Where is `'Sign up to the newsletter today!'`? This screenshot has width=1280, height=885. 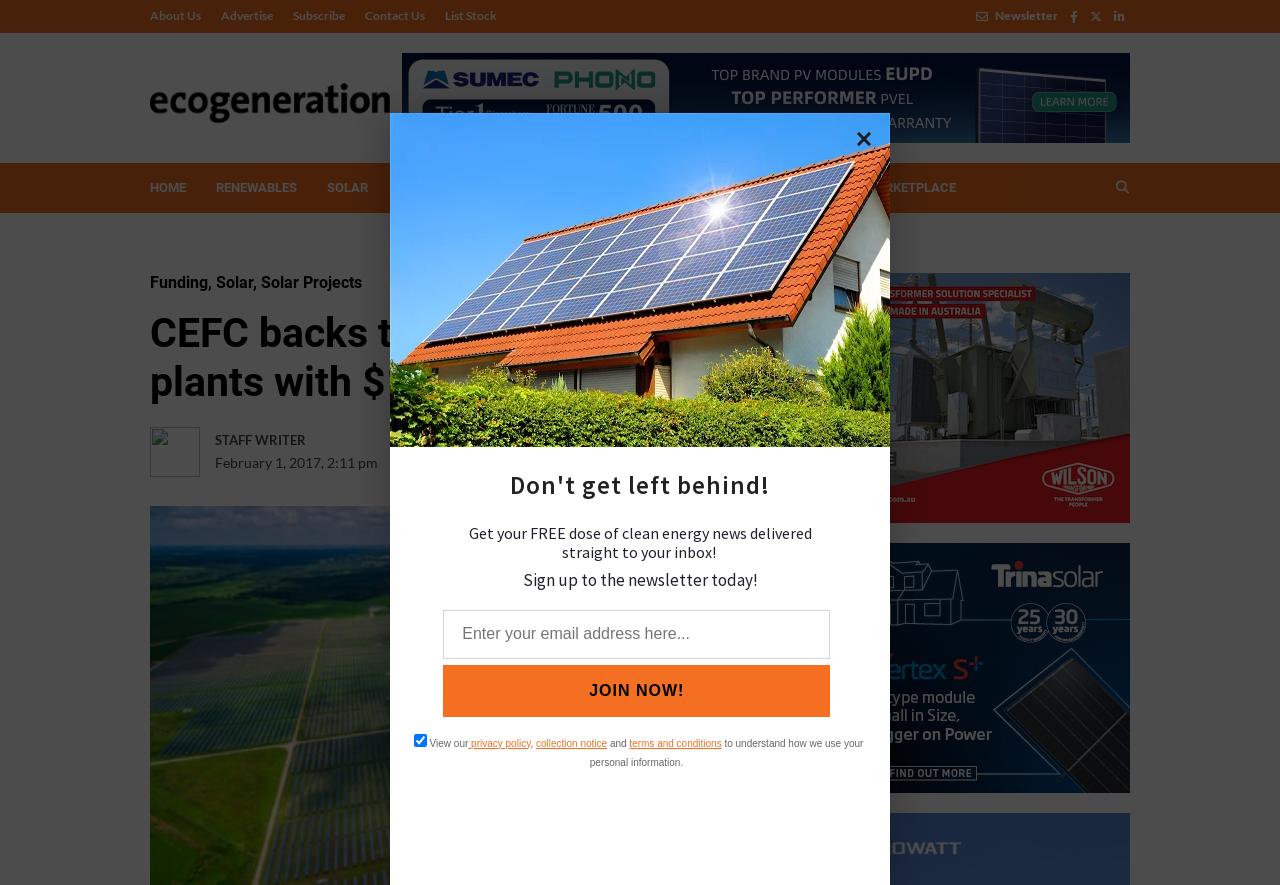
'Sign up to the newsletter today!' is located at coordinates (638, 580).